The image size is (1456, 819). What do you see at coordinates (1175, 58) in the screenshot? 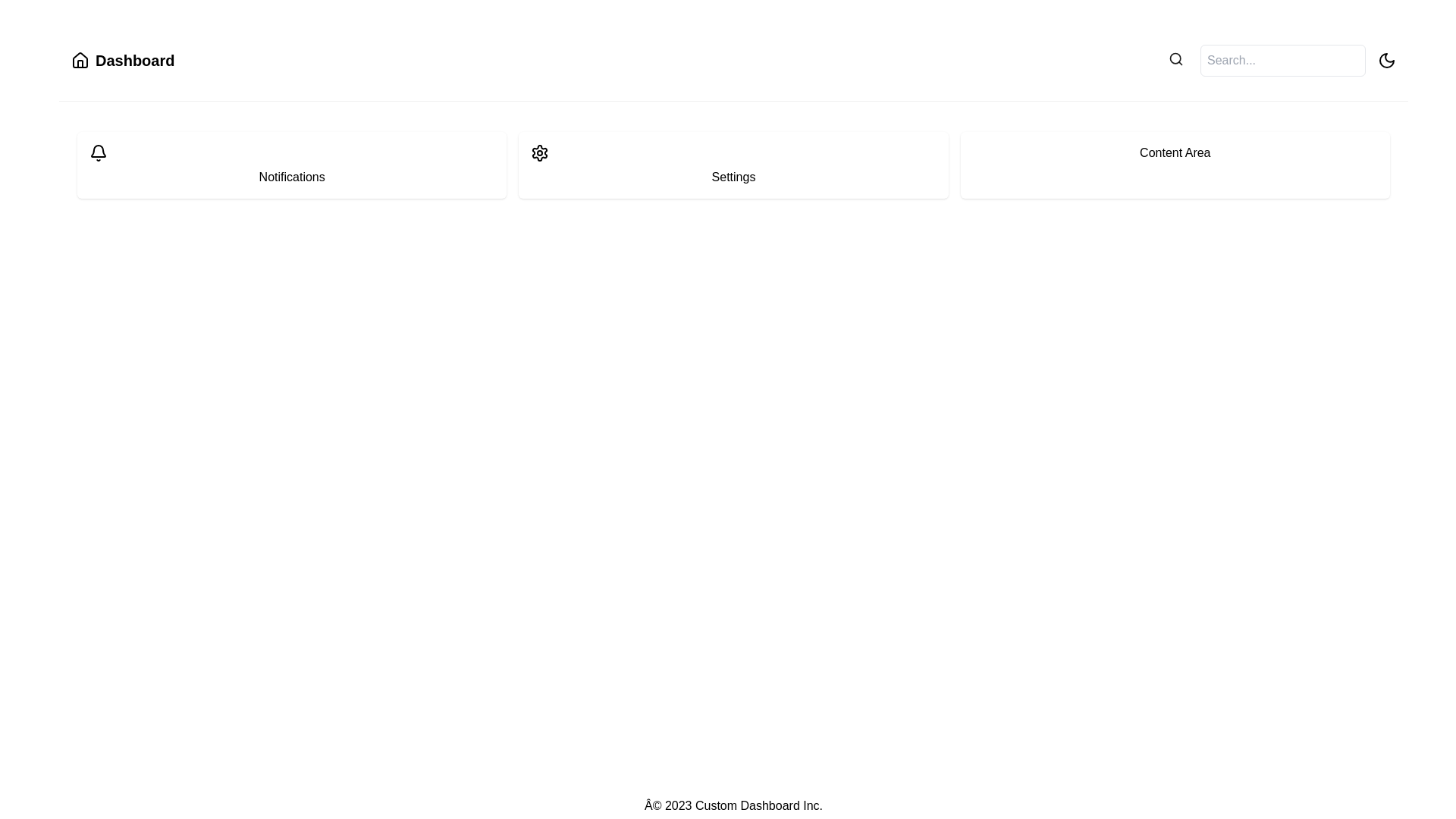
I see `the circle element within the SVG that represents the lens of the search magnifier icon, located at the top-right corner of the interface` at bounding box center [1175, 58].